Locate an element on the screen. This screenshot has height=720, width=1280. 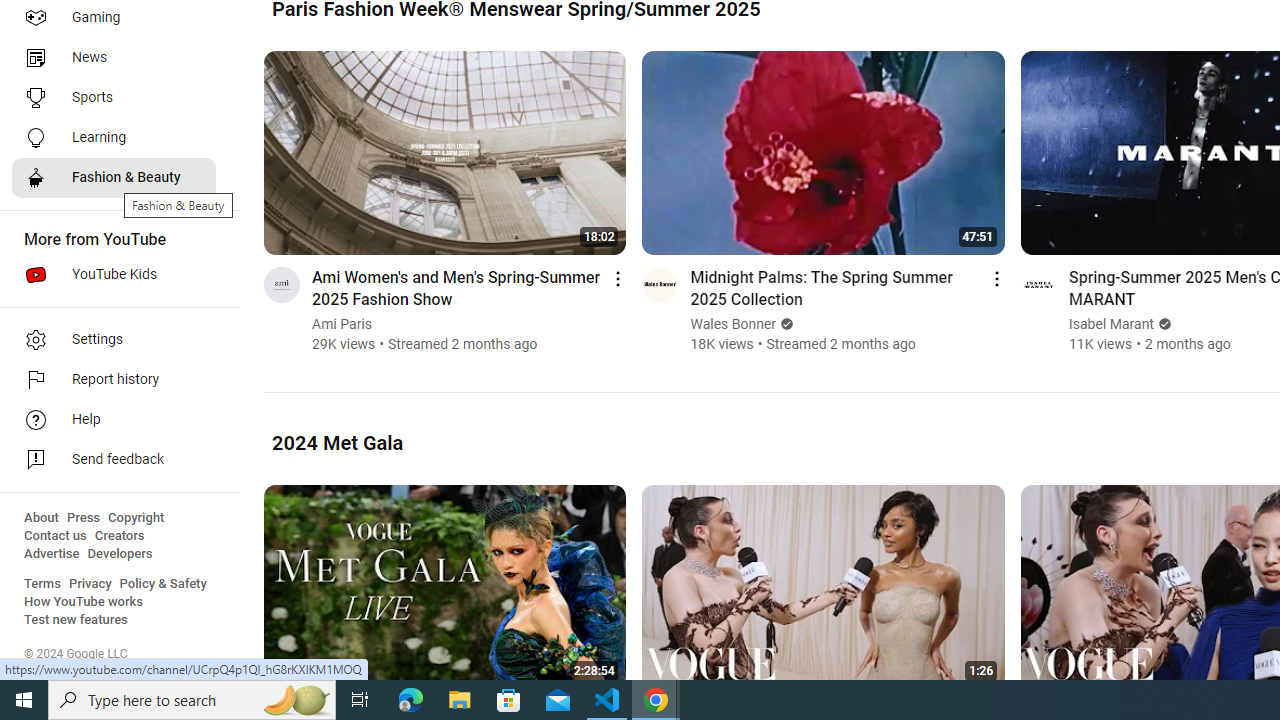
'Terms' is located at coordinates (42, 584).